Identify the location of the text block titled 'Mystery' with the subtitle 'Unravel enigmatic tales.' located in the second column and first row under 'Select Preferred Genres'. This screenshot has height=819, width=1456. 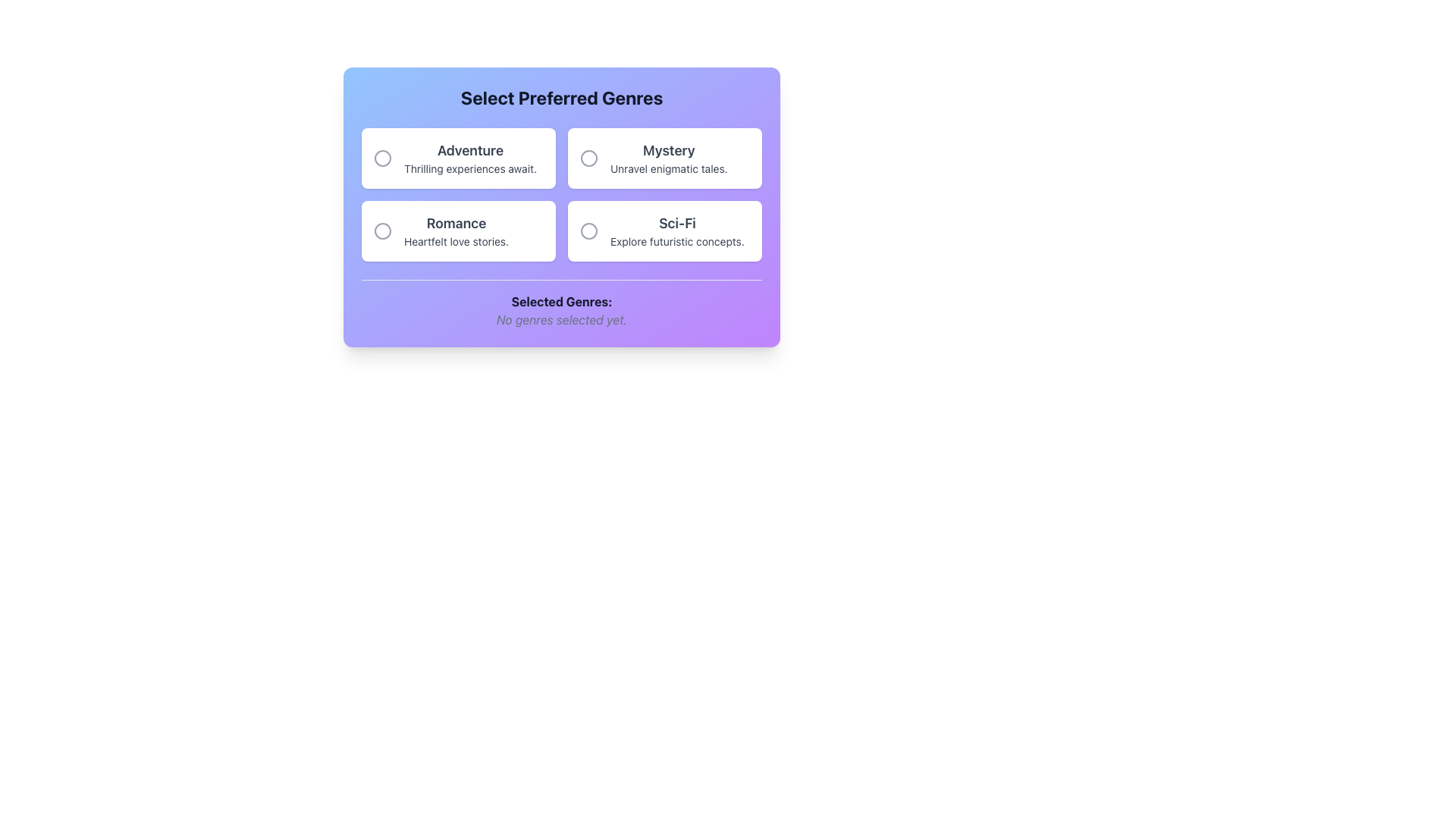
(668, 158).